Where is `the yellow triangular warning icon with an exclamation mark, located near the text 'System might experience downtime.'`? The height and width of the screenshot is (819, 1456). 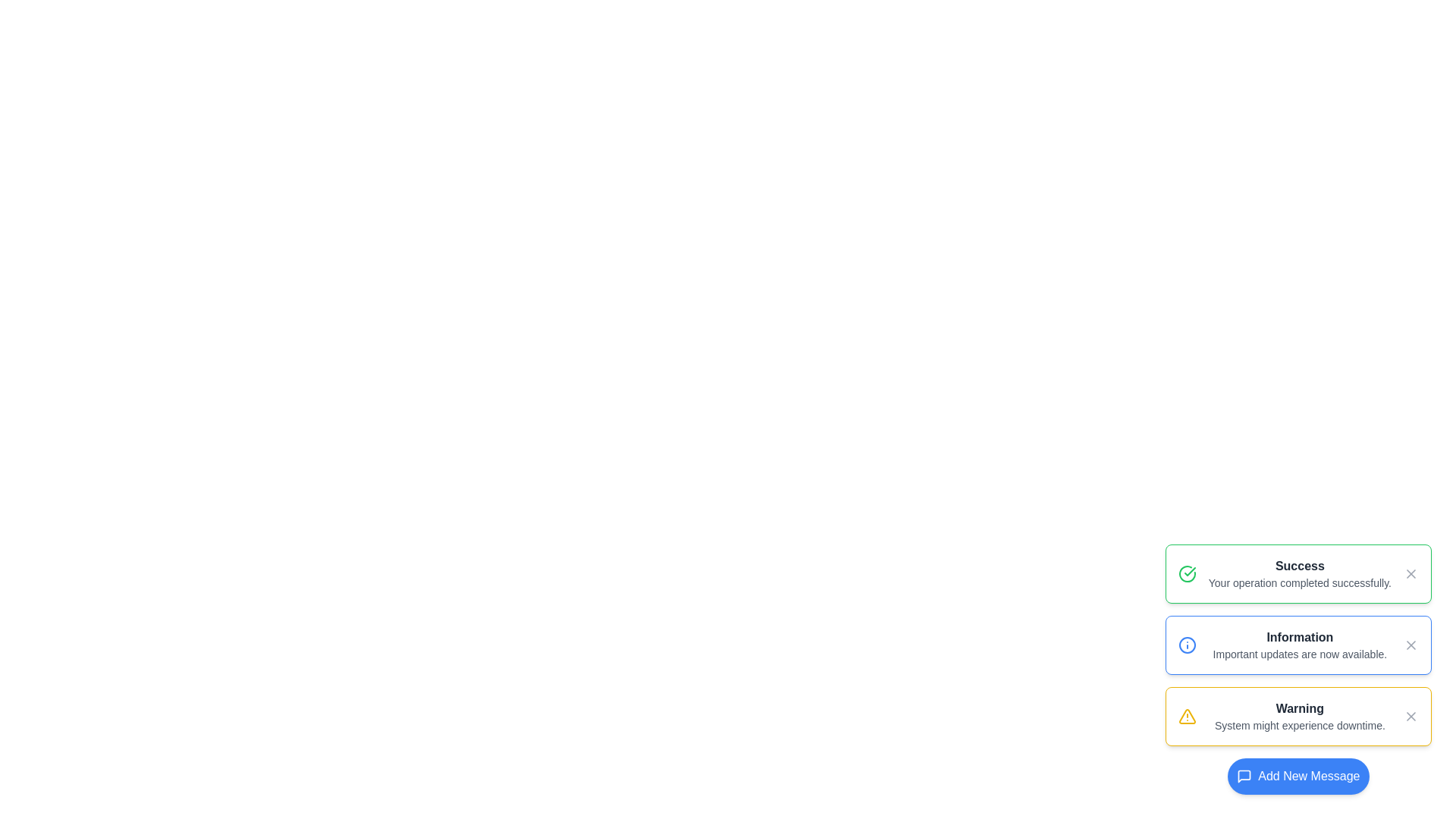 the yellow triangular warning icon with an exclamation mark, located near the text 'System might experience downtime.' is located at coordinates (1186, 717).